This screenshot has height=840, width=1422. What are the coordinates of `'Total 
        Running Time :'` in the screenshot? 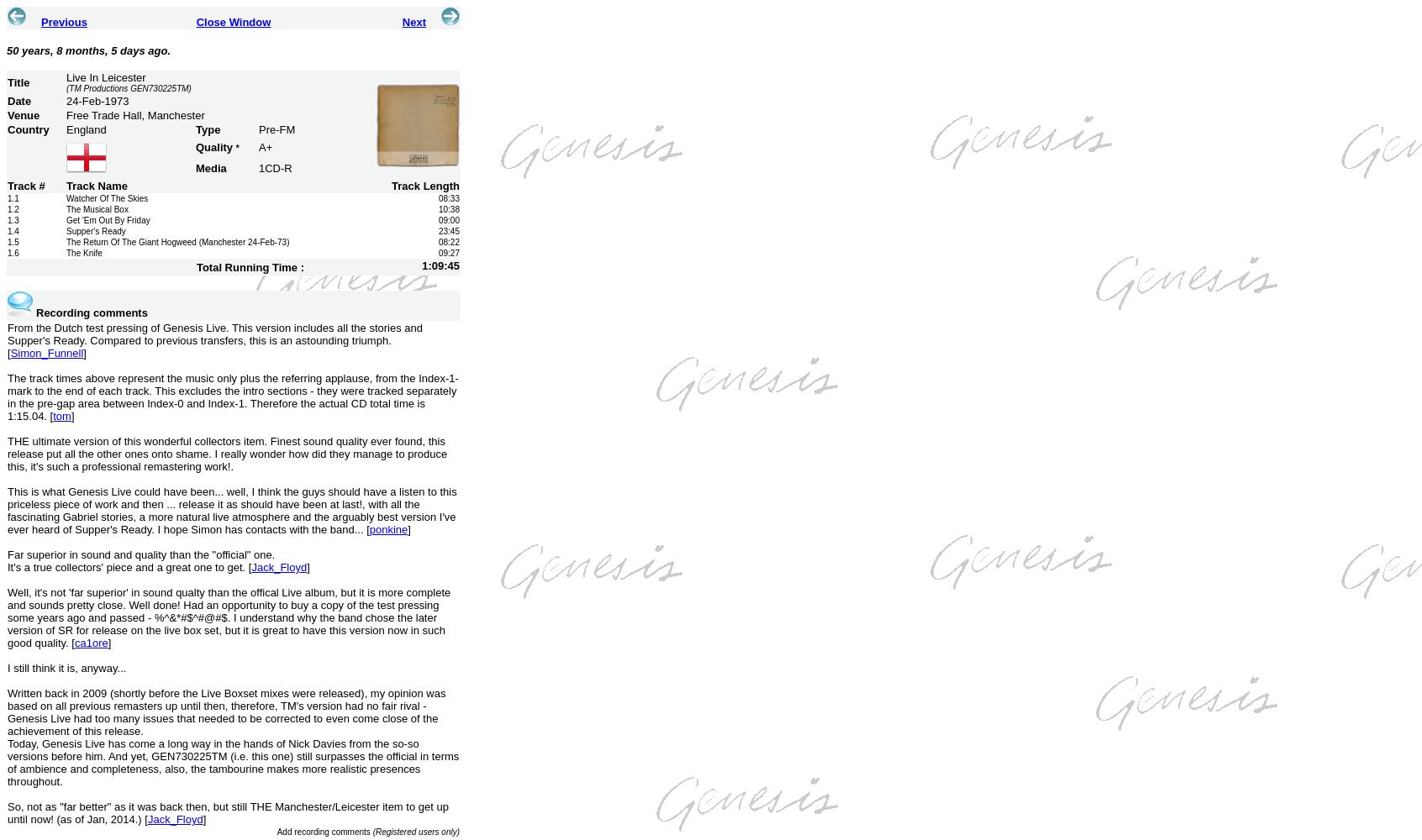 It's located at (249, 265).